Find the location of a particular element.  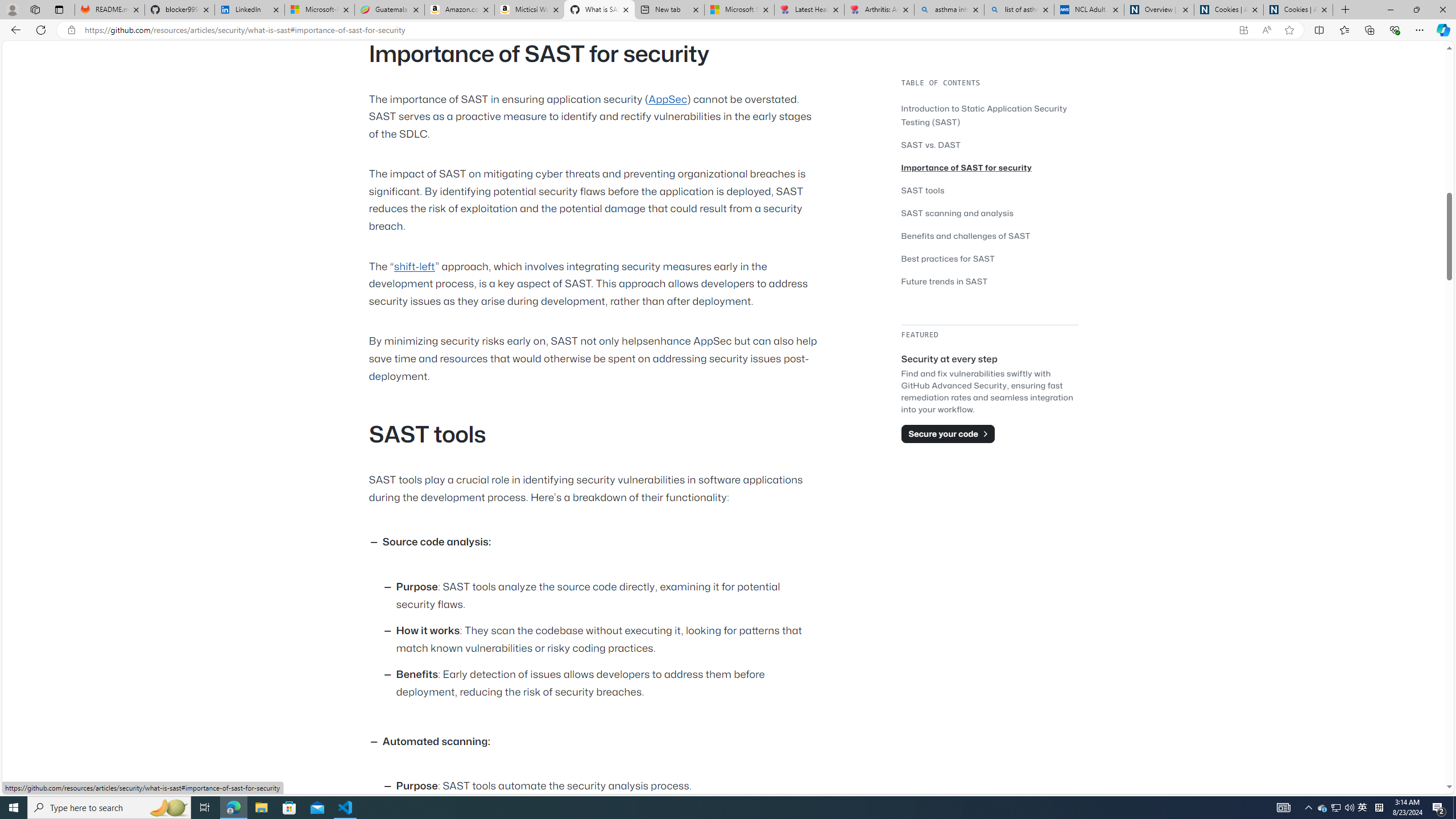

'AppSec' is located at coordinates (667, 98).